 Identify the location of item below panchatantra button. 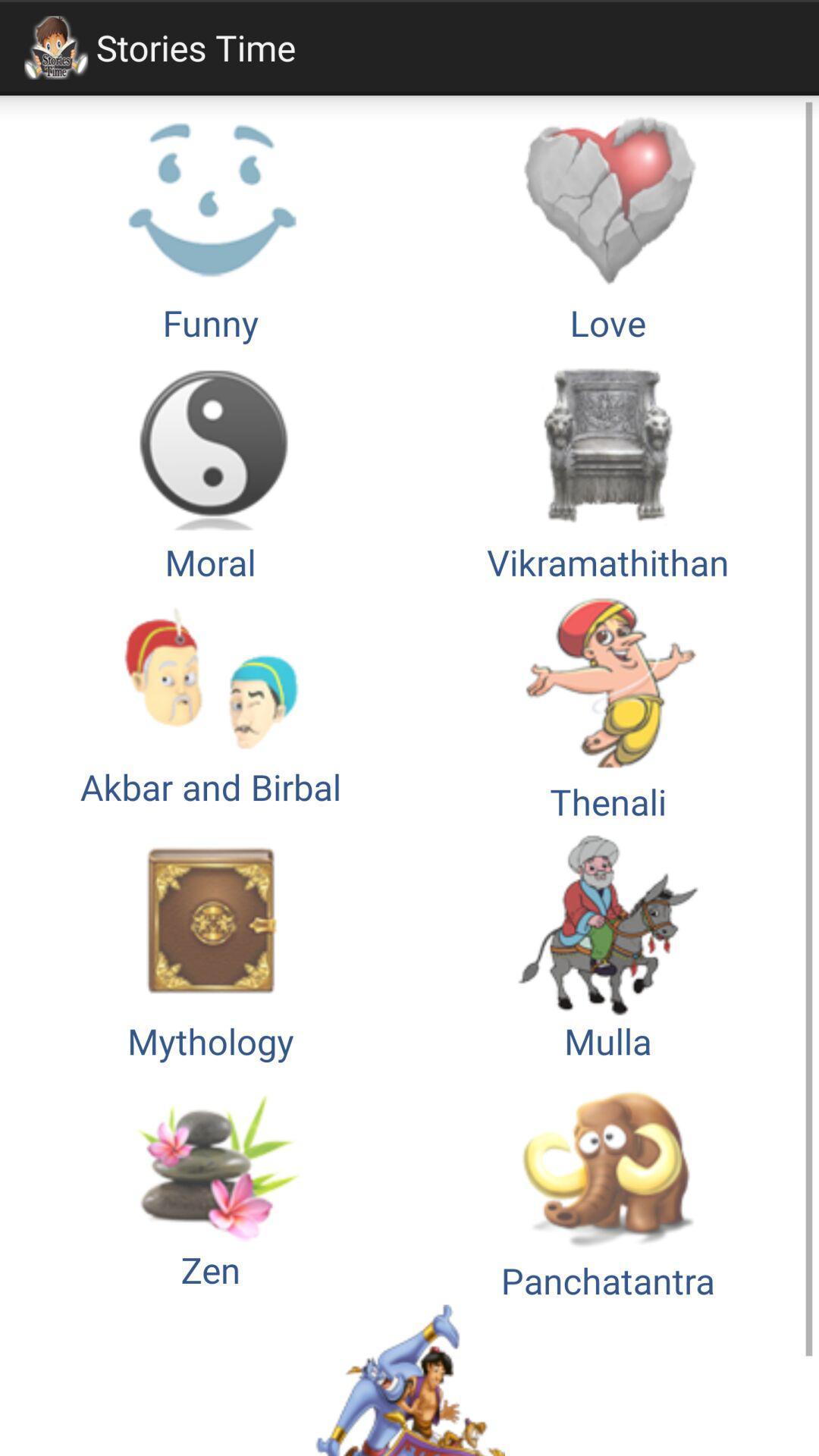
(409, 1380).